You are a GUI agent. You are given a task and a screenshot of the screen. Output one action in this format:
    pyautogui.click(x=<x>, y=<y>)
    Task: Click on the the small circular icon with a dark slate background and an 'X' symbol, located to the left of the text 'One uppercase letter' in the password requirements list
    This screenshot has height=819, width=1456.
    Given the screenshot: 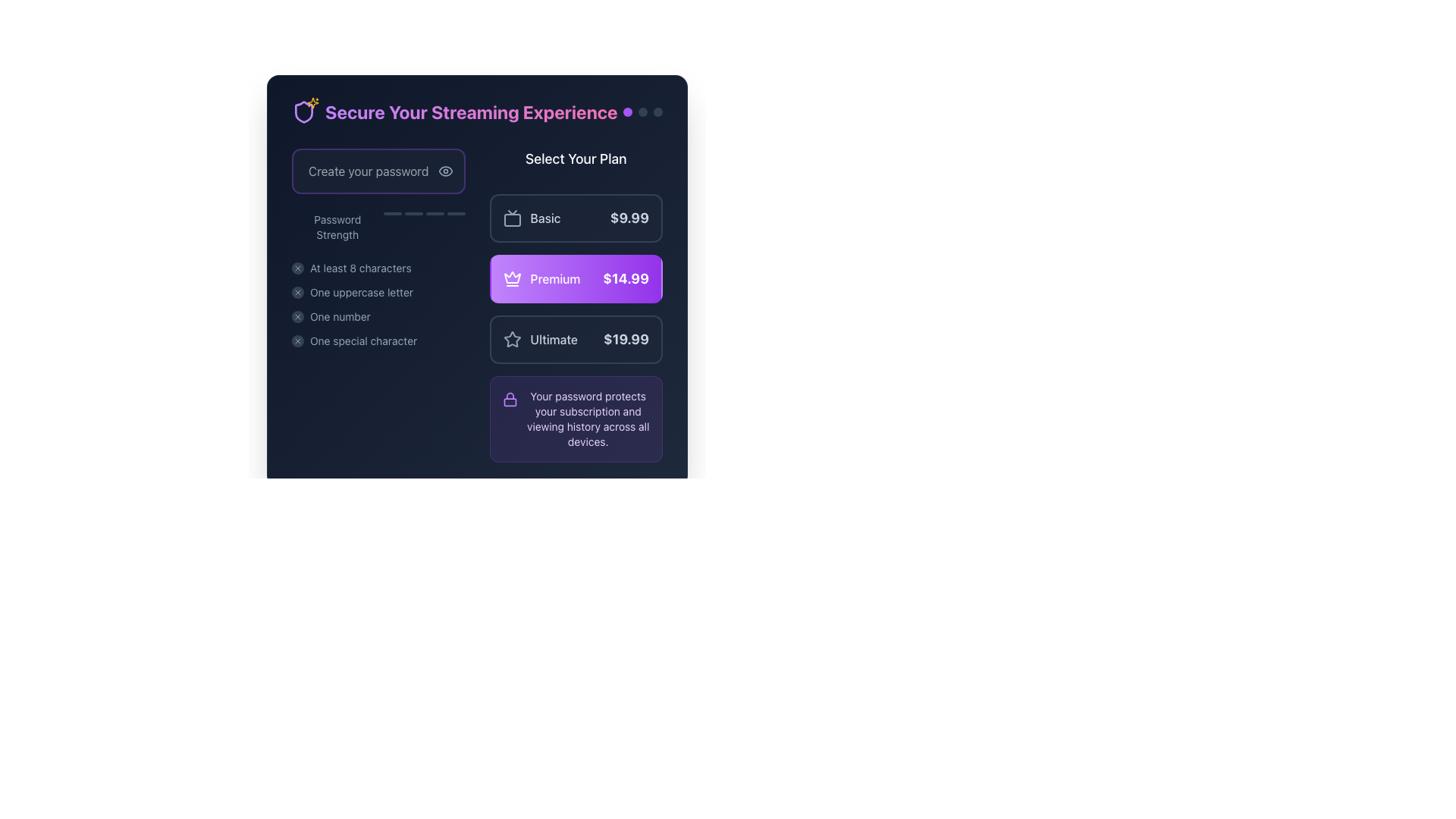 What is the action you would take?
    pyautogui.click(x=298, y=292)
    